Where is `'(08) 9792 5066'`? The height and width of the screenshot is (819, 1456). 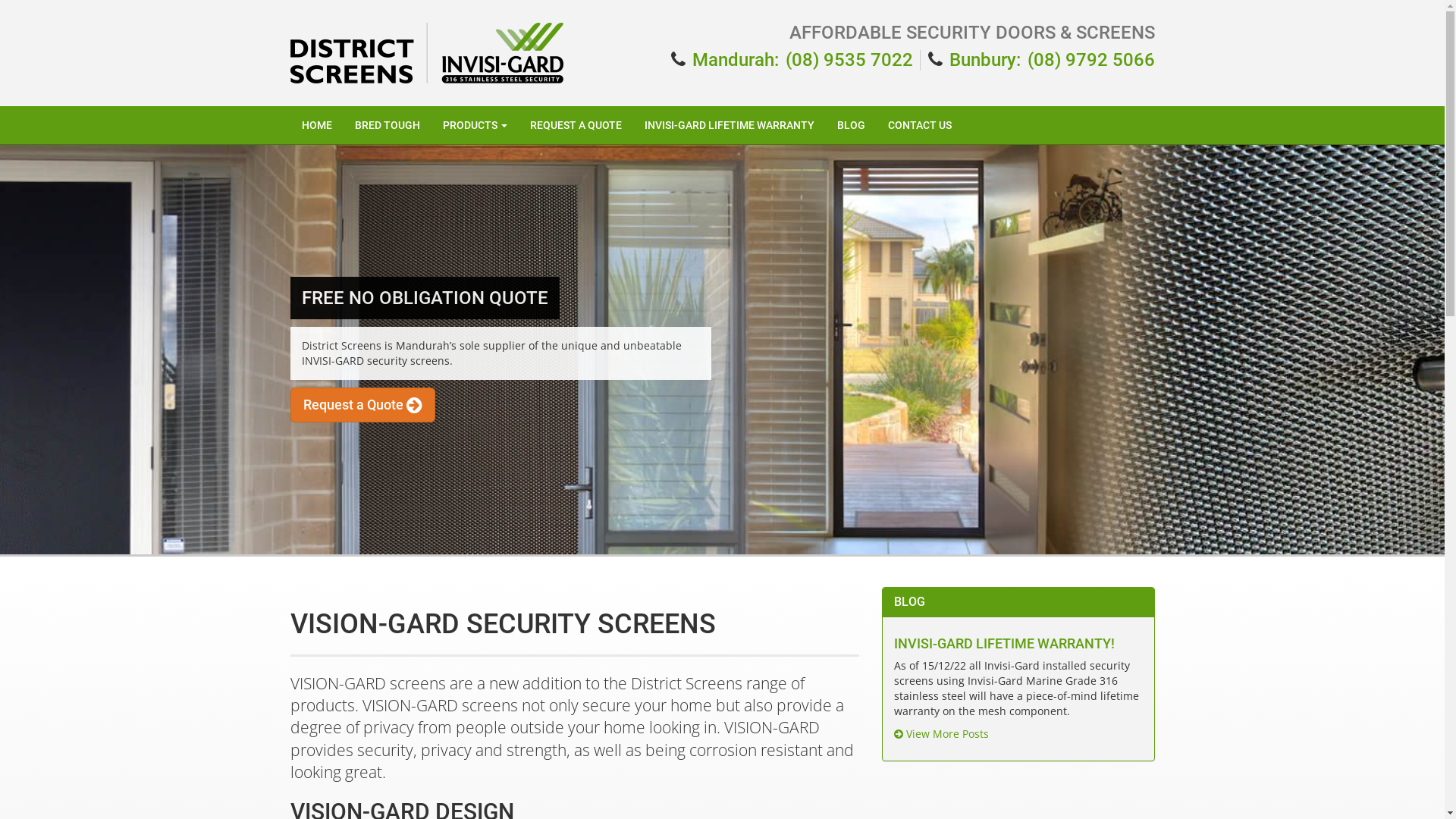 '(08) 9792 5066' is located at coordinates (1090, 58).